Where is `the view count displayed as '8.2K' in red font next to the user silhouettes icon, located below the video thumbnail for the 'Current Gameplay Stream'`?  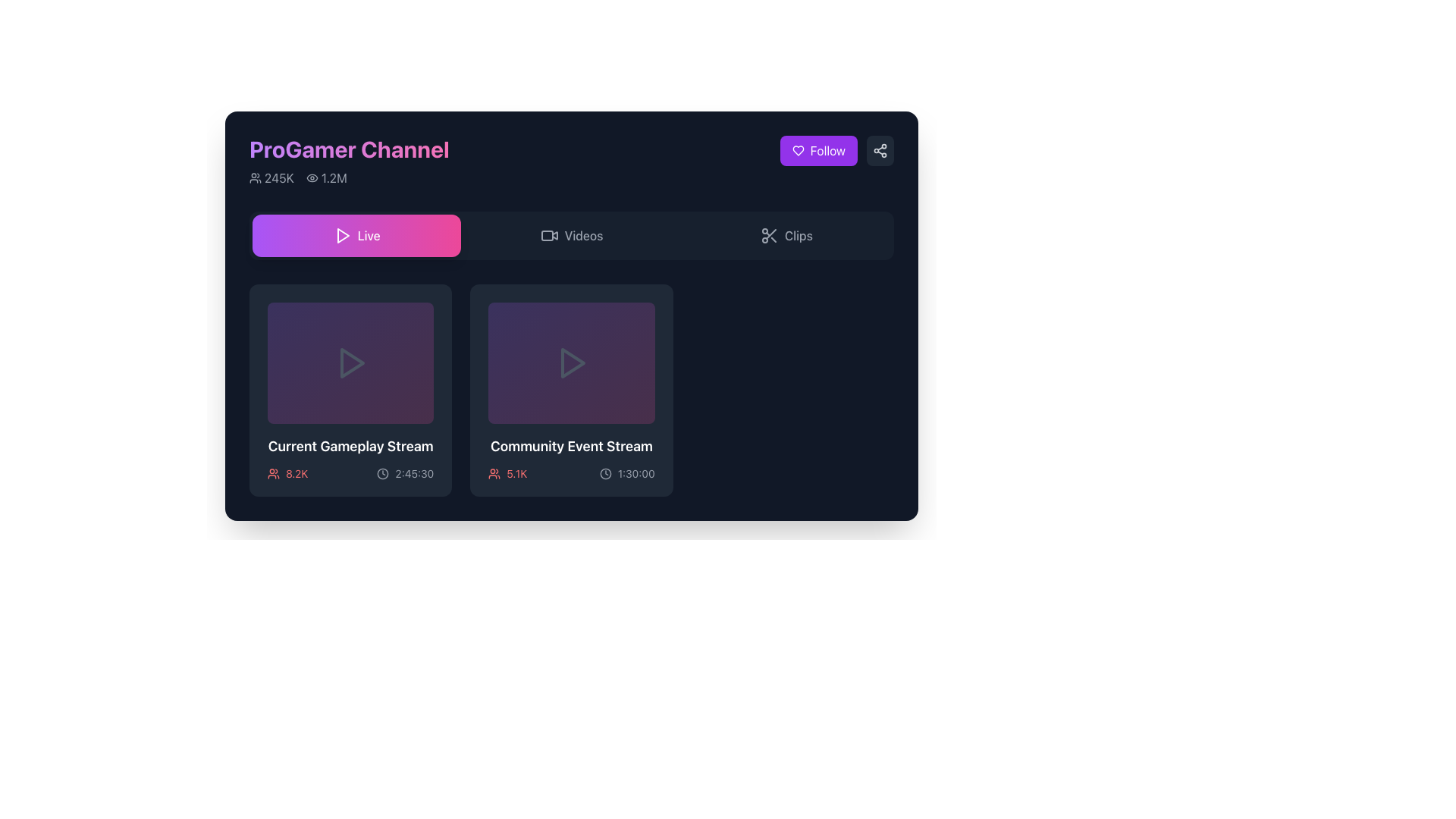
the view count displayed as '8.2K' in red font next to the user silhouettes icon, located below the video thumbnail for the 'Current Gameplay Stream' is located at coordinates (287, 472).